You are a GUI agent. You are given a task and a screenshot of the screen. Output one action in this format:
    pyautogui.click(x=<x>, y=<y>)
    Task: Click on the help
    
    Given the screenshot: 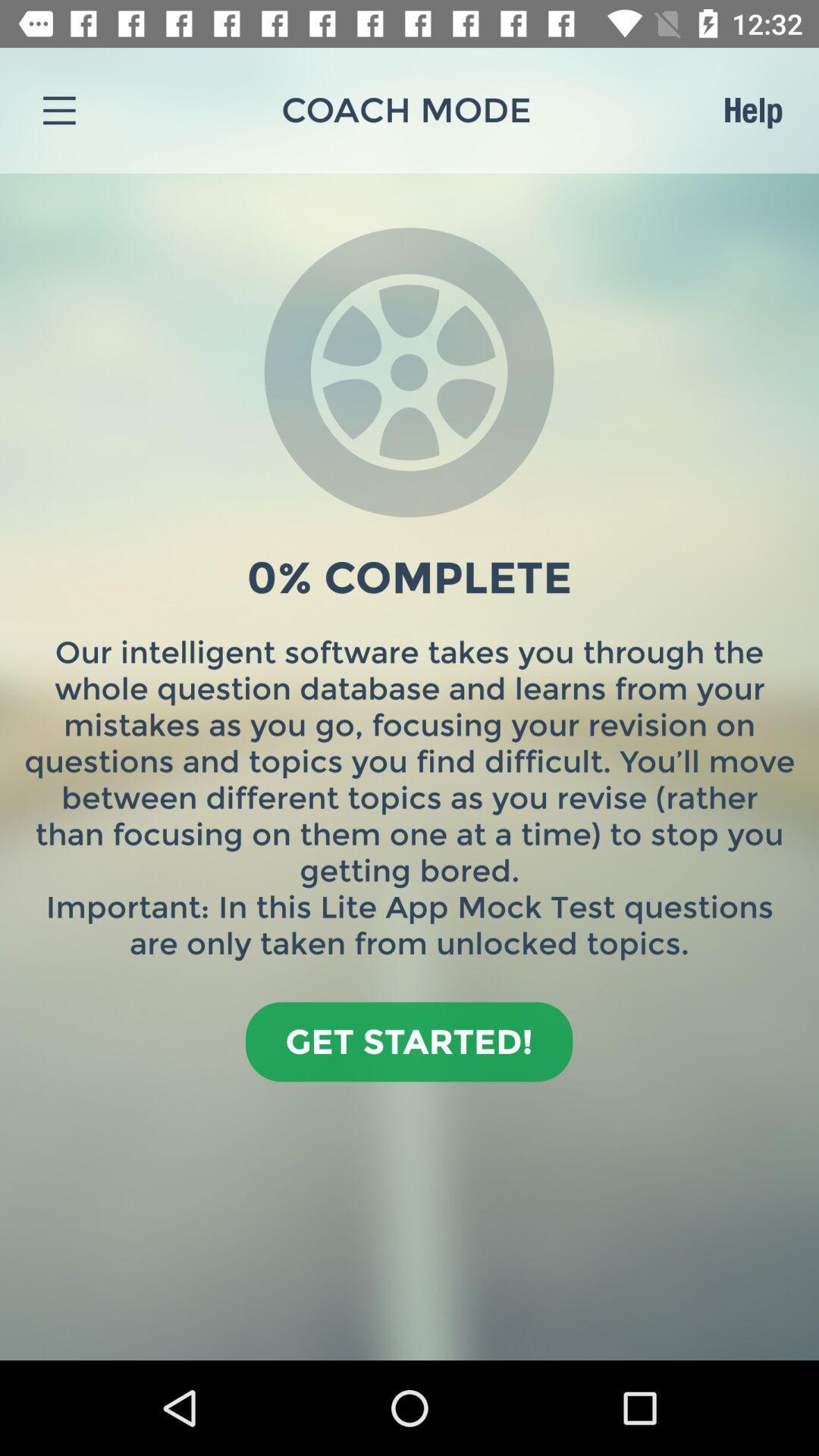 What is the action you would take?
    pyautogui.click(x=752, y=109)
    